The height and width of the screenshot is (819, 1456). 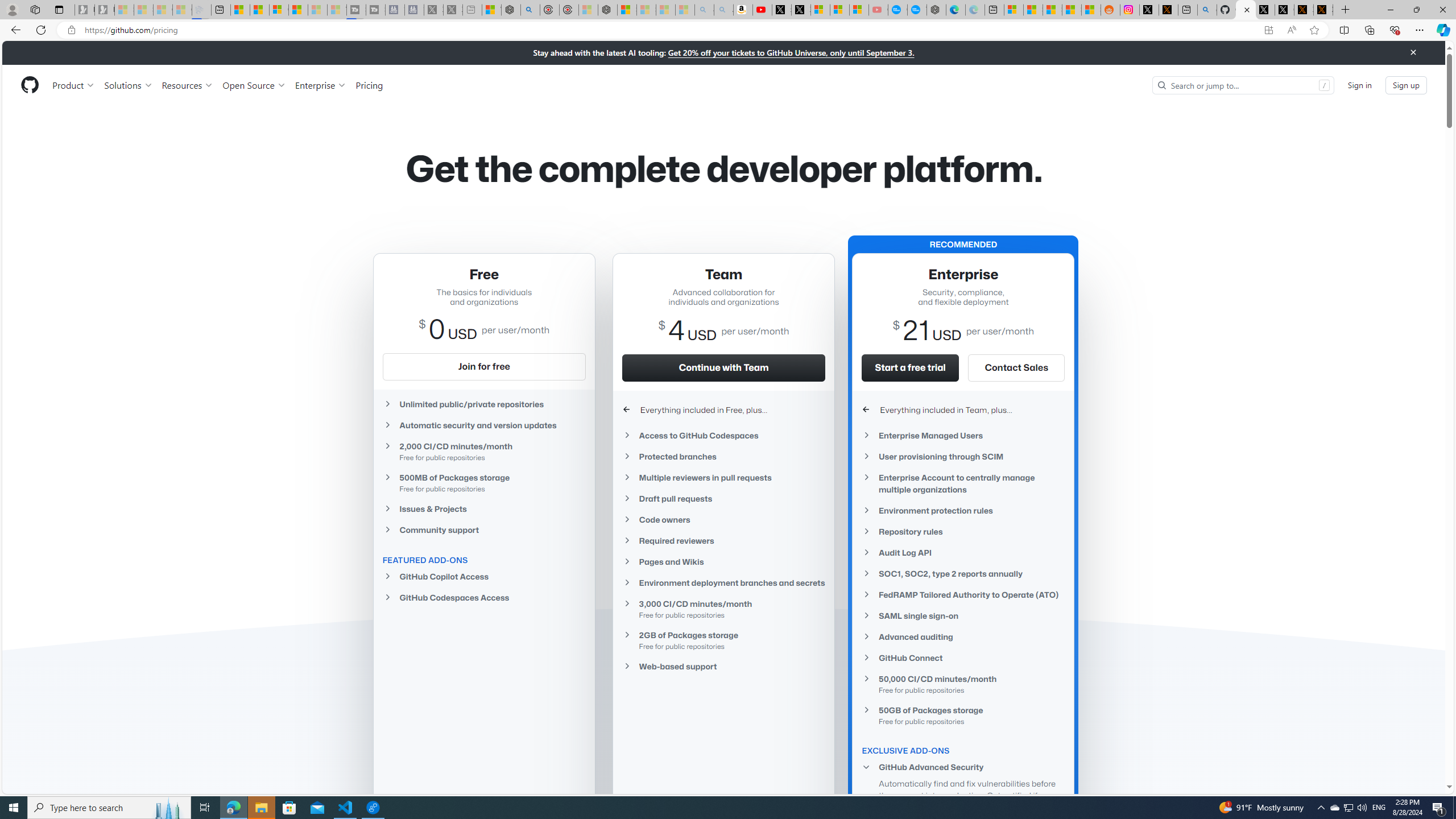 What do you see at coordinates (963, 573) in the screenshot?
I see `'SOC1, SOC2, type 2 reports annually'` at bounding box center [963, 573].